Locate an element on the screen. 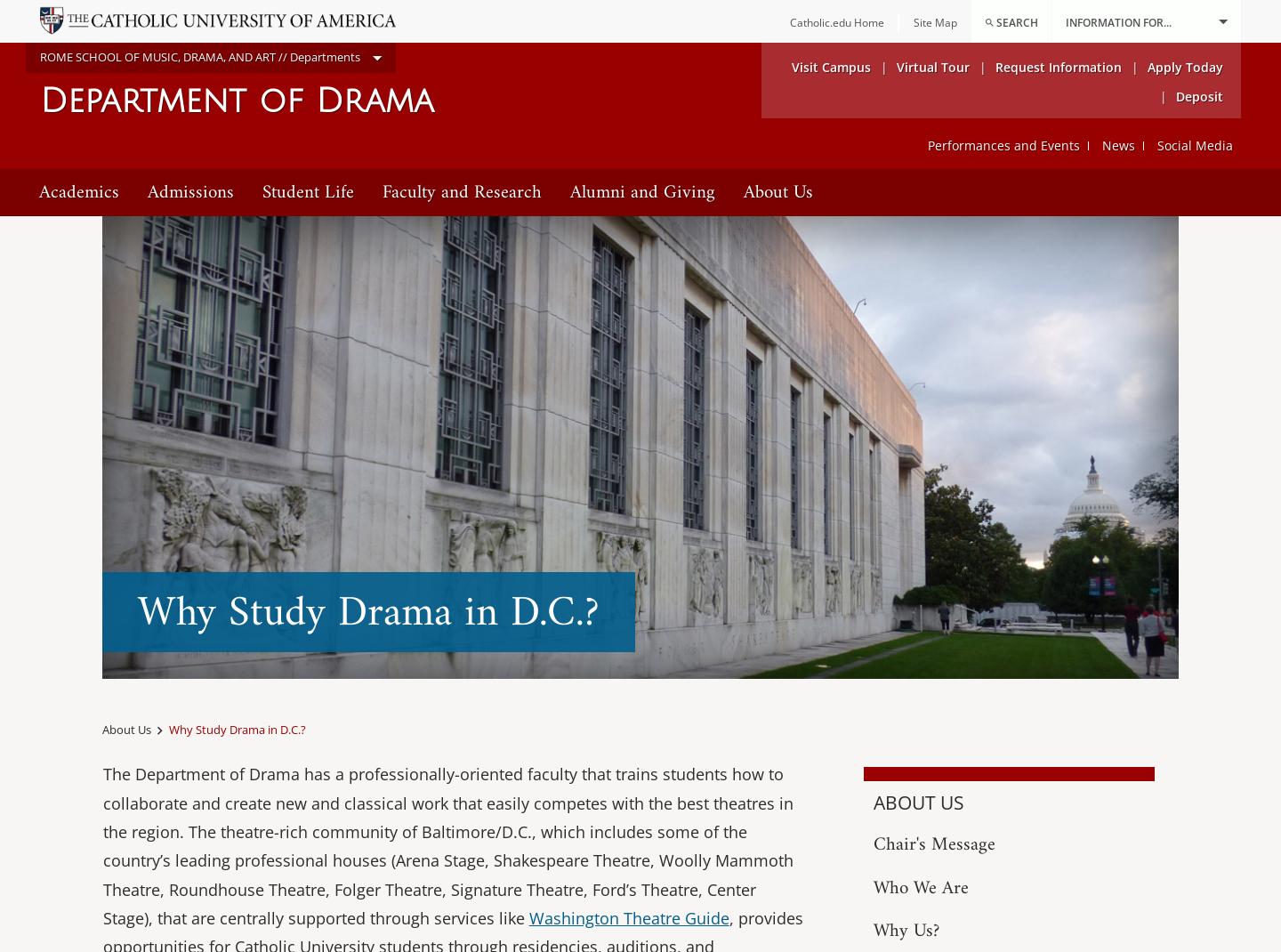  'Deposit' is located at coordinates (1175, 95).